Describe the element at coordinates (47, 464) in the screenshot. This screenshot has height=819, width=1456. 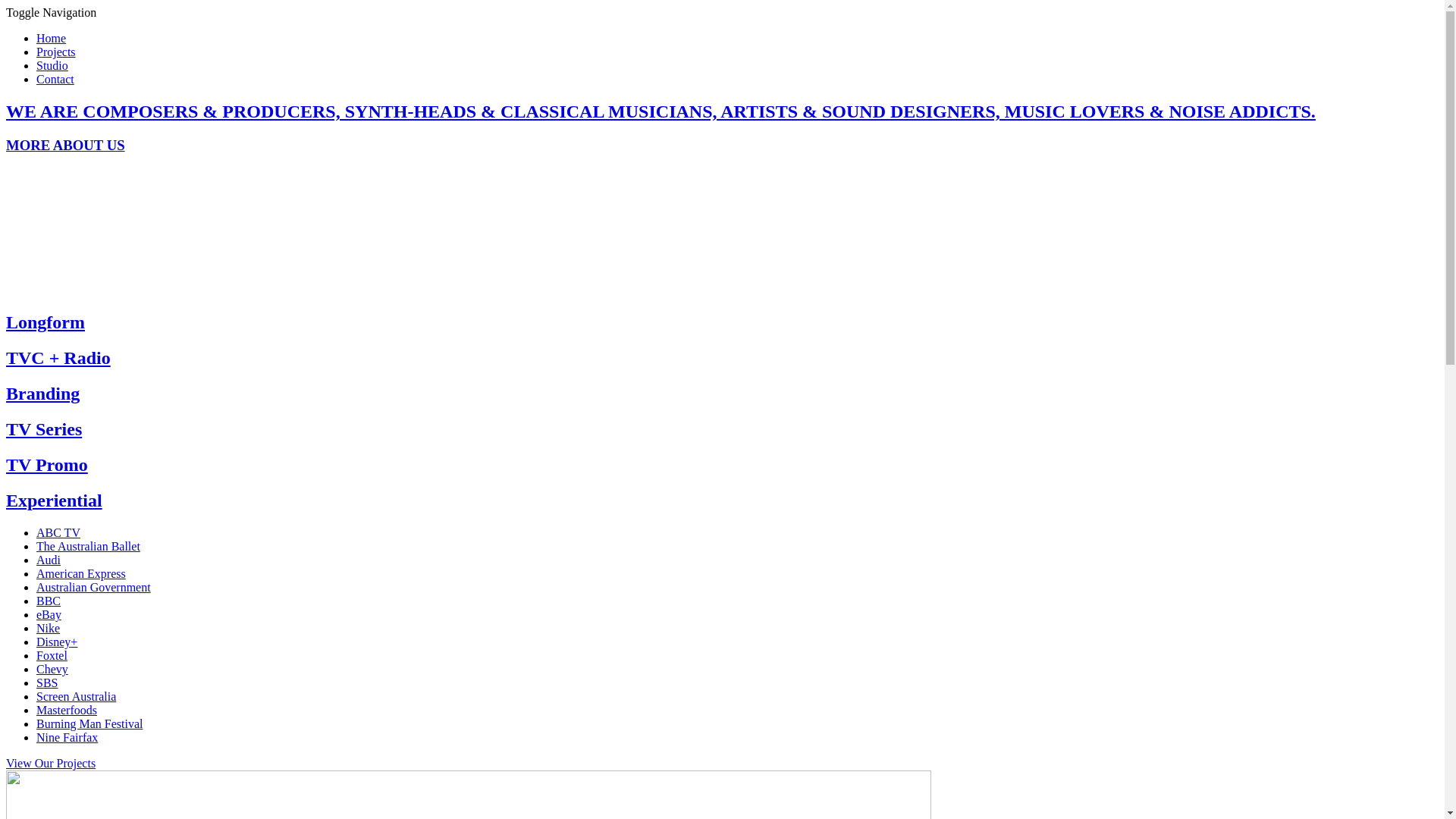
I see `'TV Promo'` at that location.